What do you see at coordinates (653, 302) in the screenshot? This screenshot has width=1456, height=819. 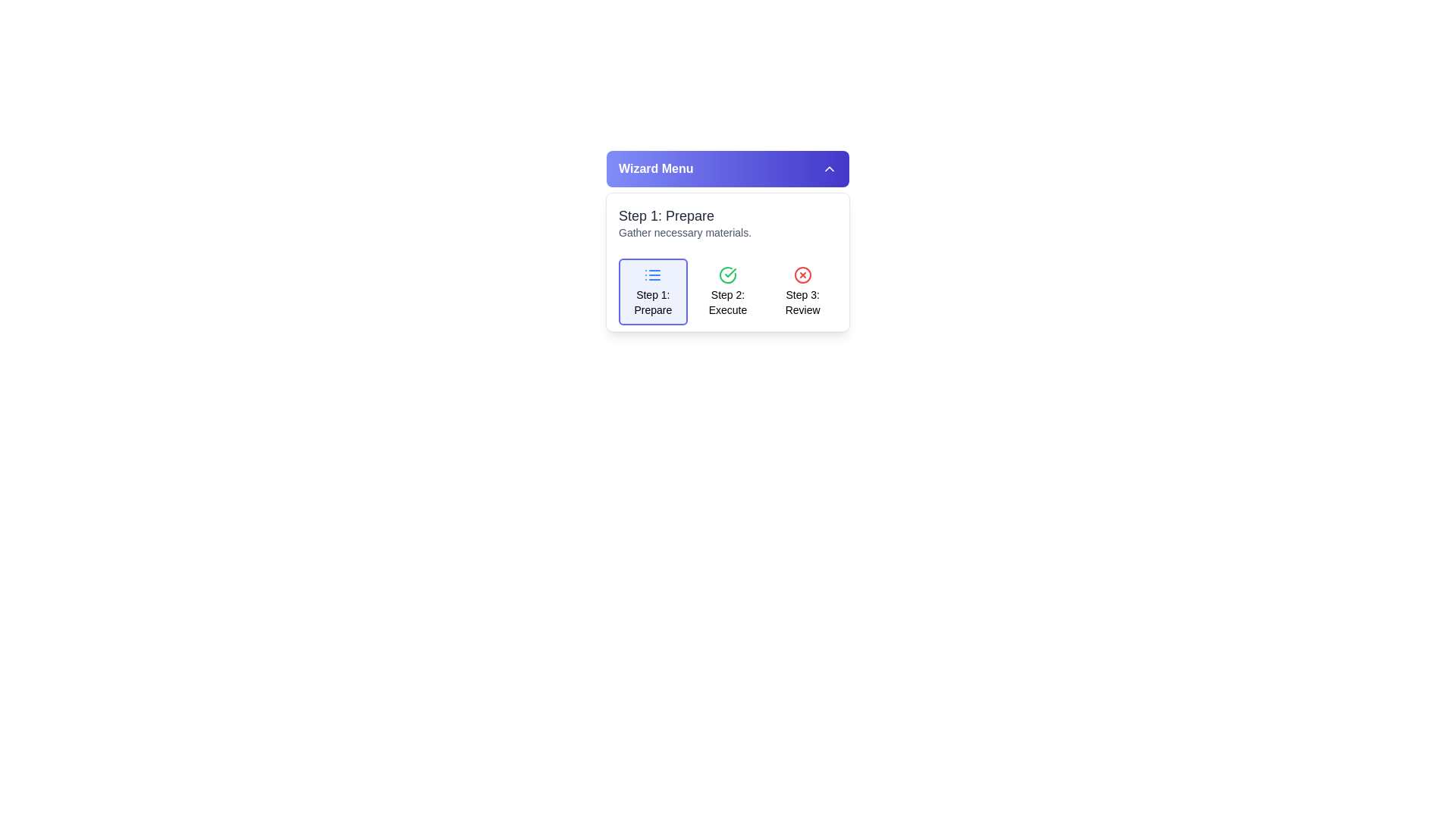 I see `the descriptive text label indicating the first step of the process, which is located below the blue list icon and above the steps 'Step 2: Execute' and 'Step 3: Review'` at bounding box center [653, 302].